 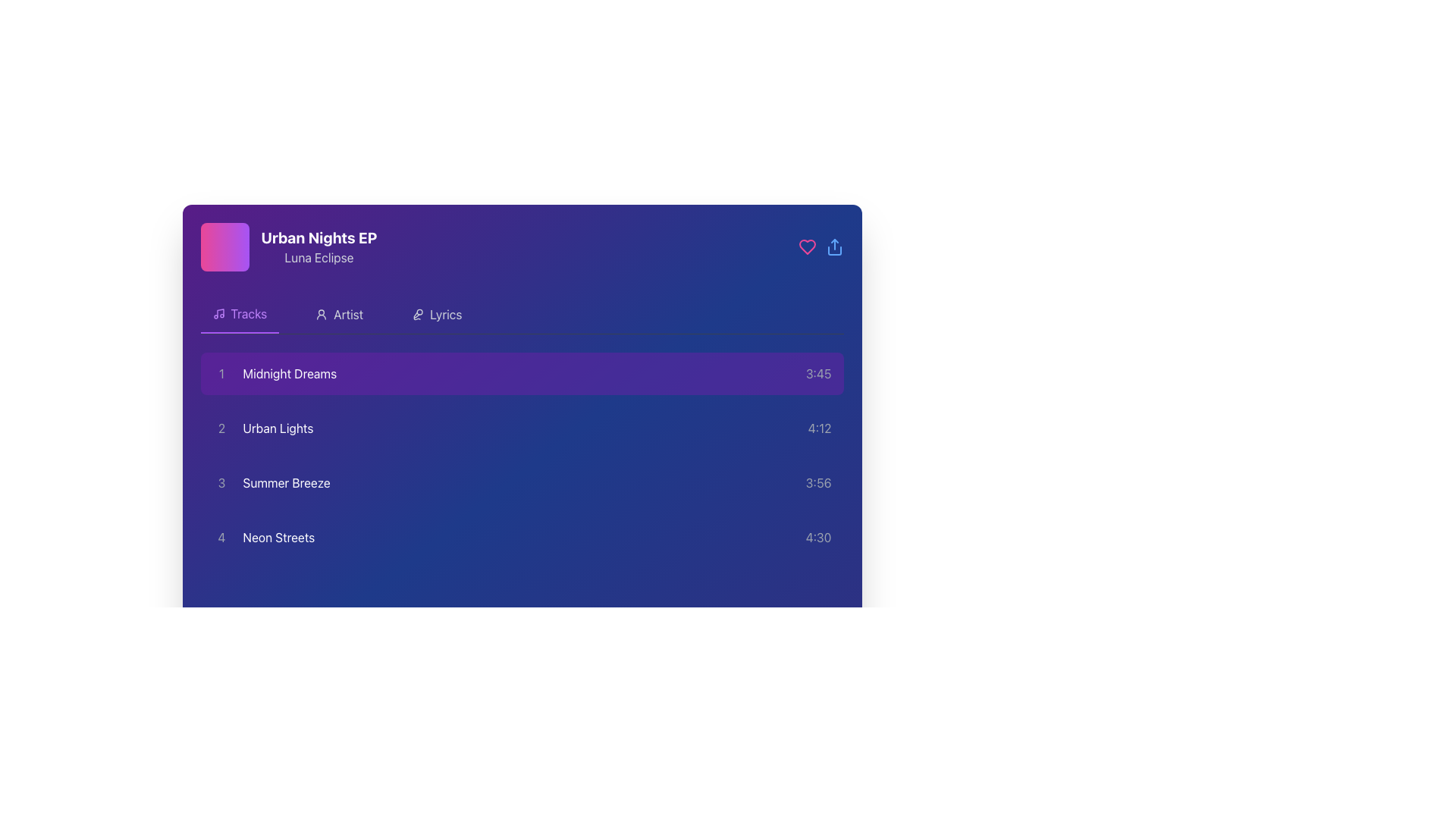 What do you see at coordinates (318, 256) in the screenshot?
I see `the static text label displaying 'Luna Eclipse', which is styled in a lighter gray color and positioned below the heading 'Urban Nights EP'` at bounding box center [318, 256].